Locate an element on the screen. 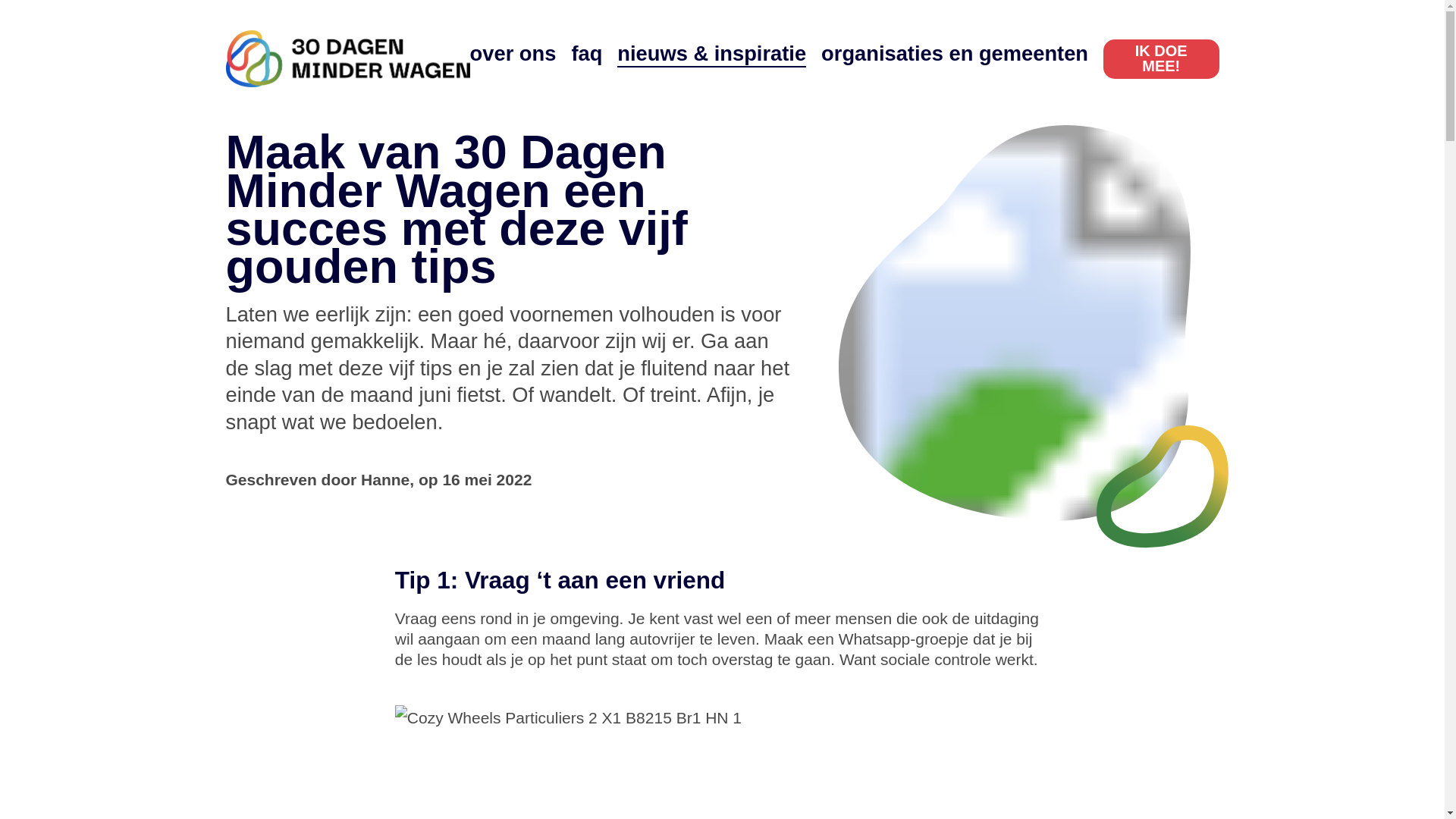 This screenshot has height=819, width=1456. 'organisaties en gemeenten' is located at coordinates (953, 52).